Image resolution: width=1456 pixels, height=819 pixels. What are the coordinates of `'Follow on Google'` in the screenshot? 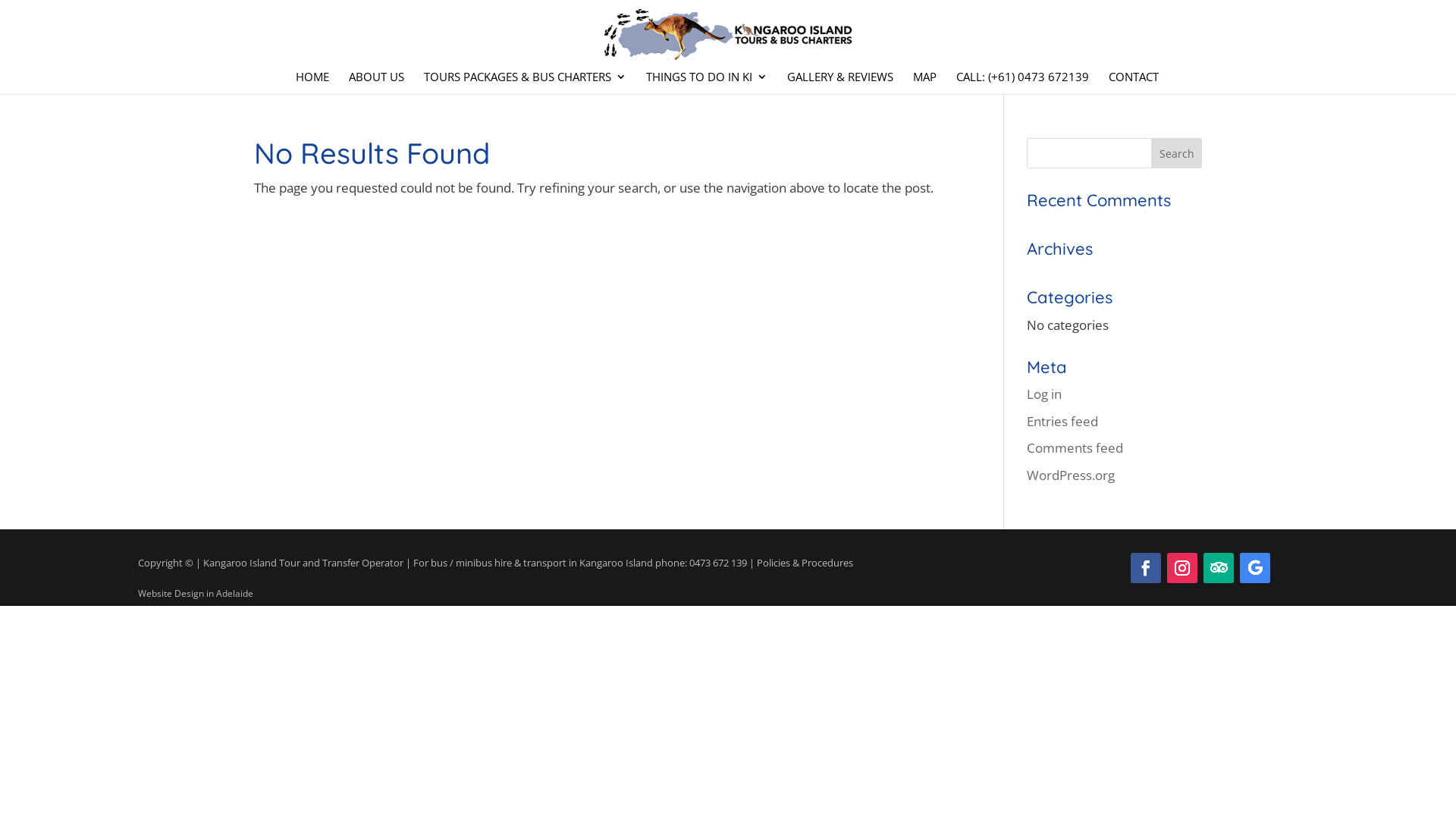 It's located at (1255, 567).